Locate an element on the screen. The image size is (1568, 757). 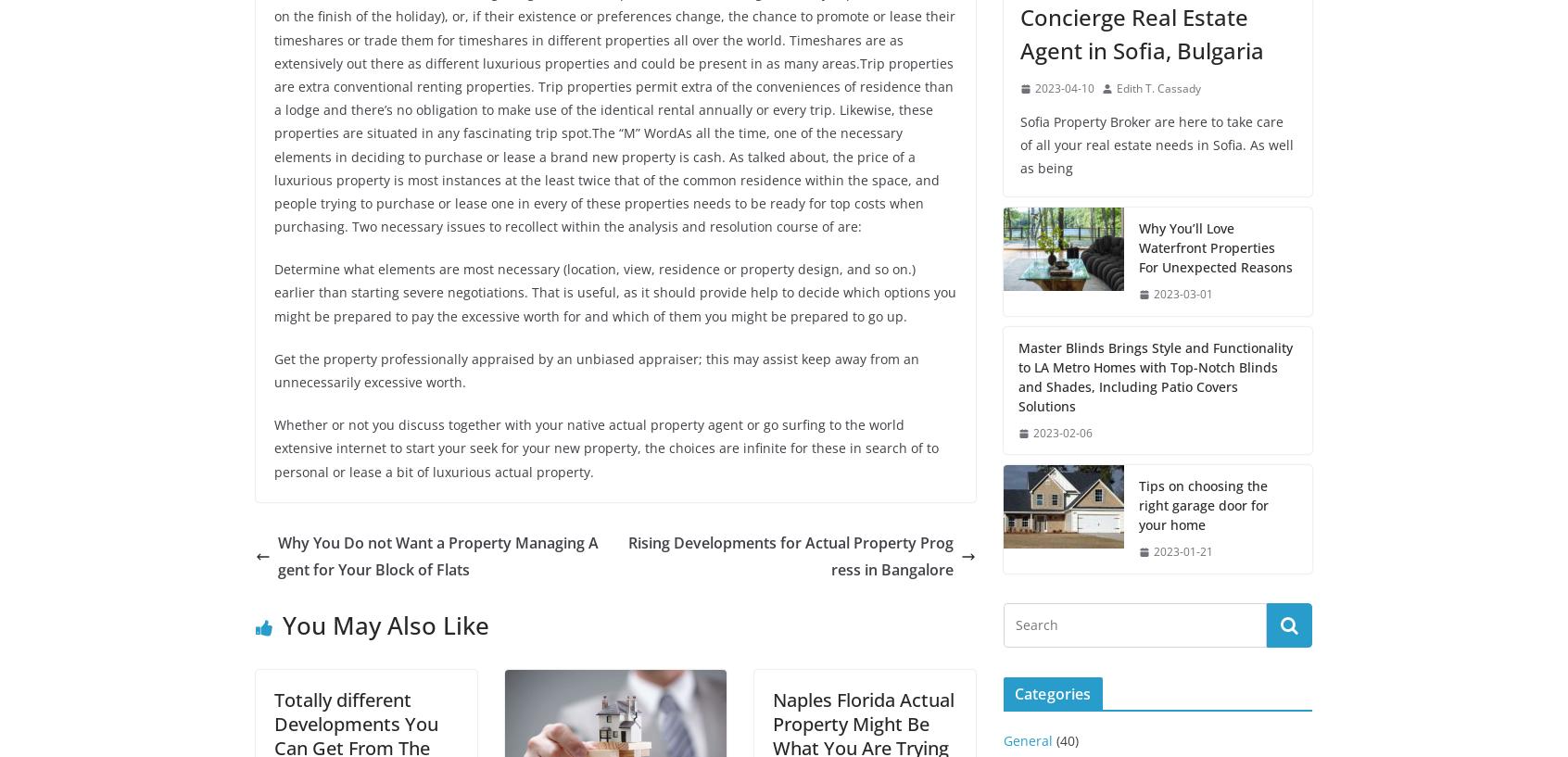
'General' is located at coordinates (1028, 740).